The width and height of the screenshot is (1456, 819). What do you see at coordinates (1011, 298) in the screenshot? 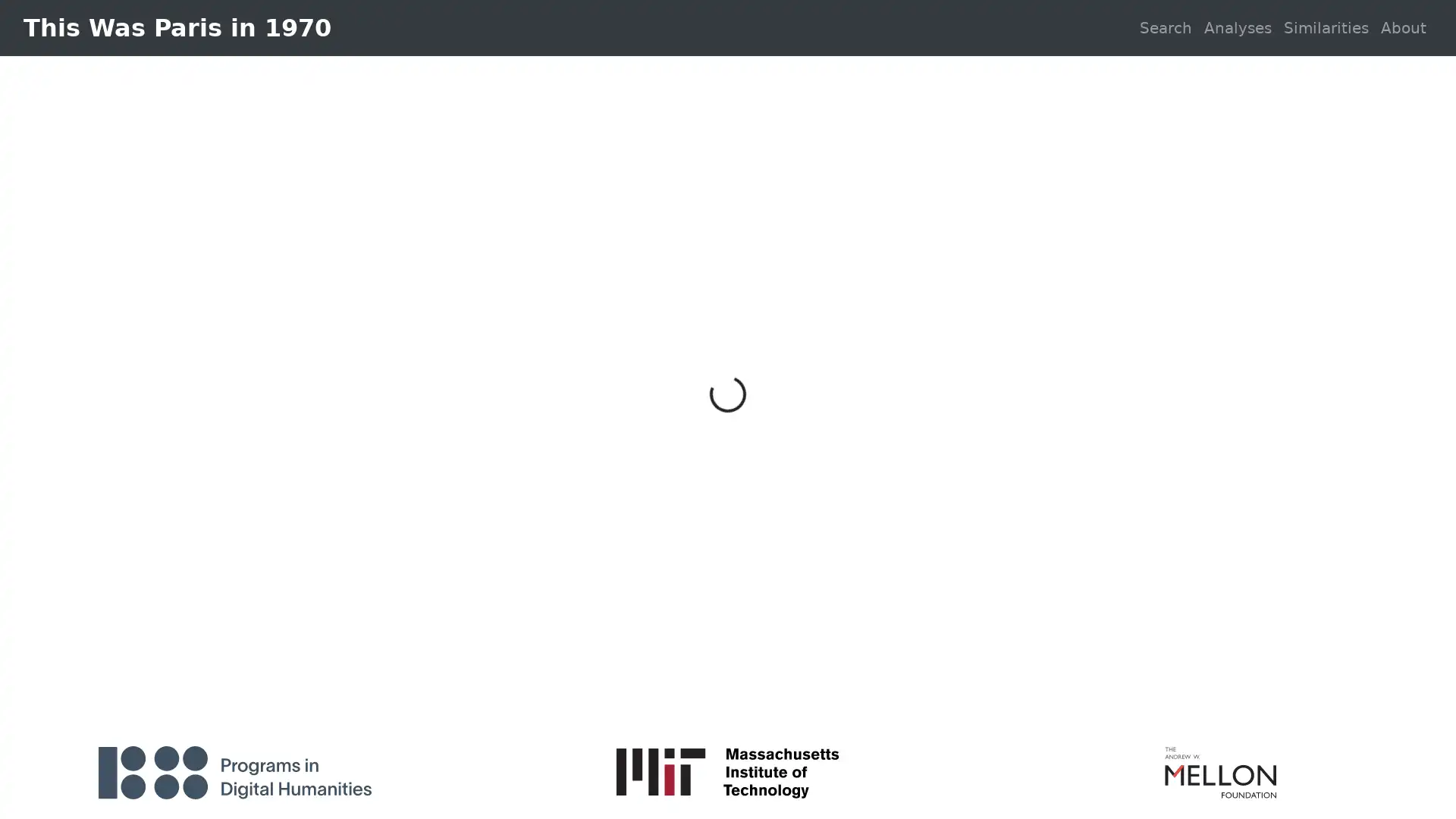
I see `Close` at bounding box center [1011, 298].